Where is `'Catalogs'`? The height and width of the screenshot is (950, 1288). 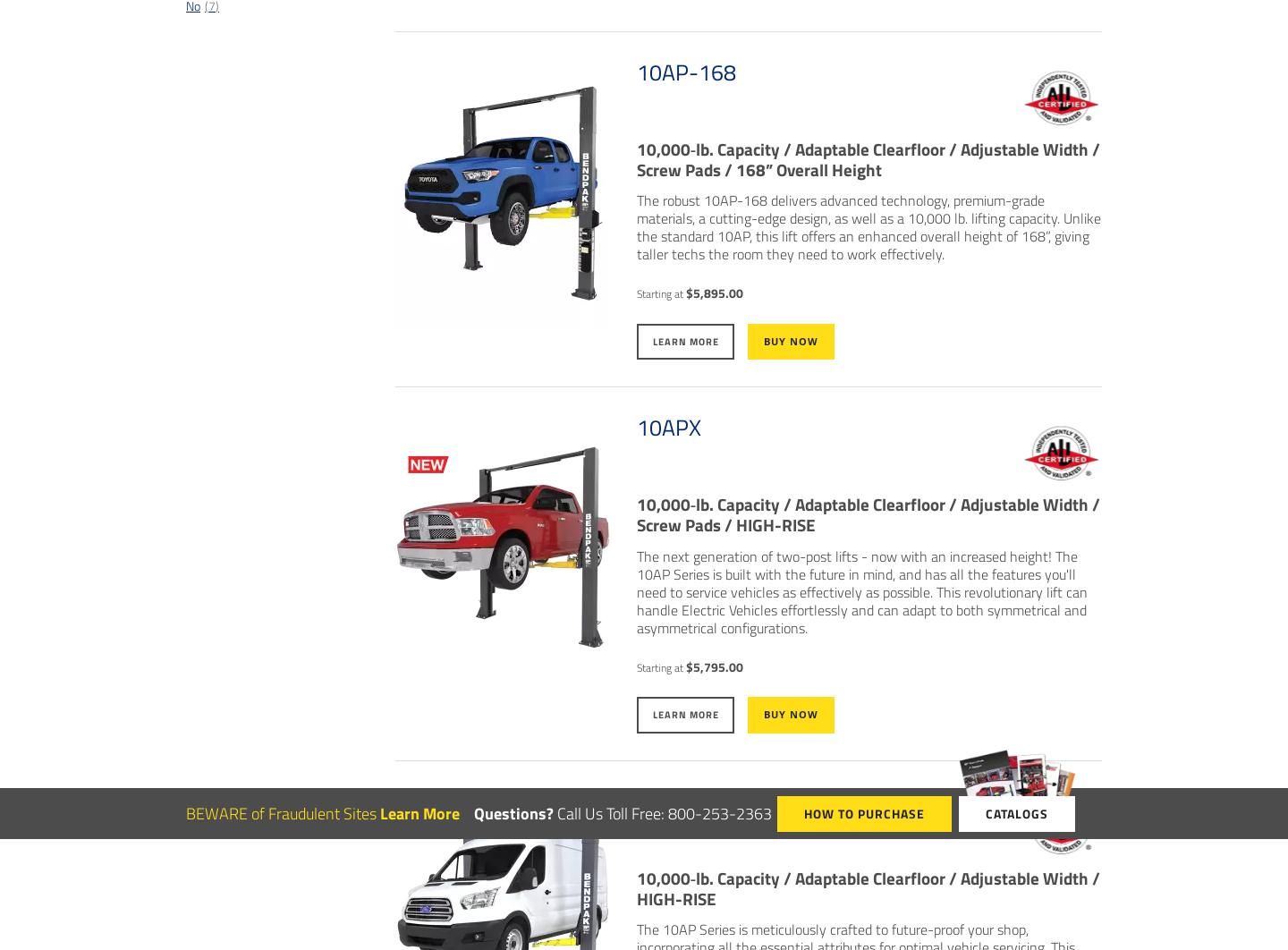 'Catalogs' is located at coordinates (985, 813).